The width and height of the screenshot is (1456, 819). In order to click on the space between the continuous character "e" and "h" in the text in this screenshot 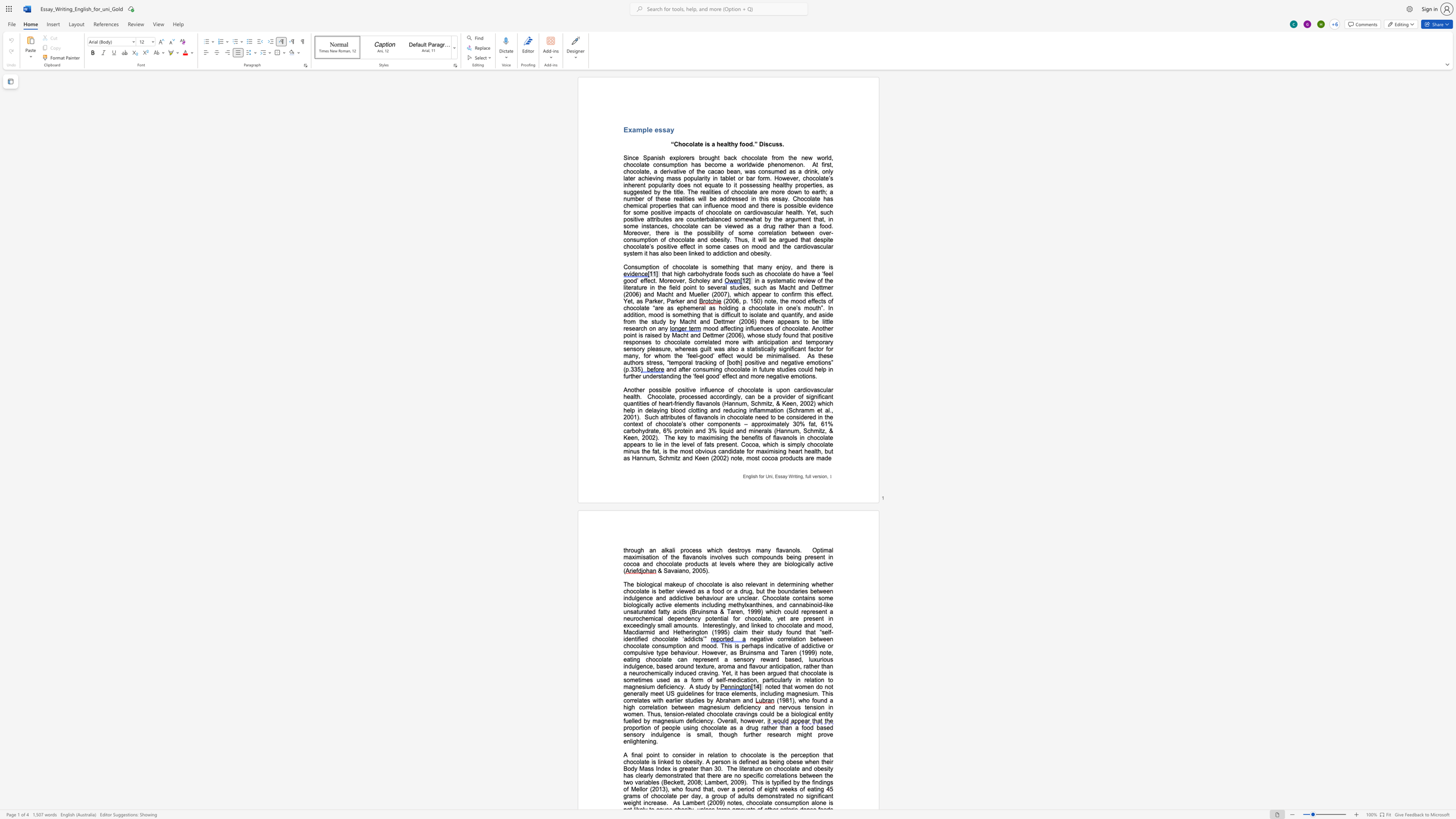, I will do `click(678, 652)`.